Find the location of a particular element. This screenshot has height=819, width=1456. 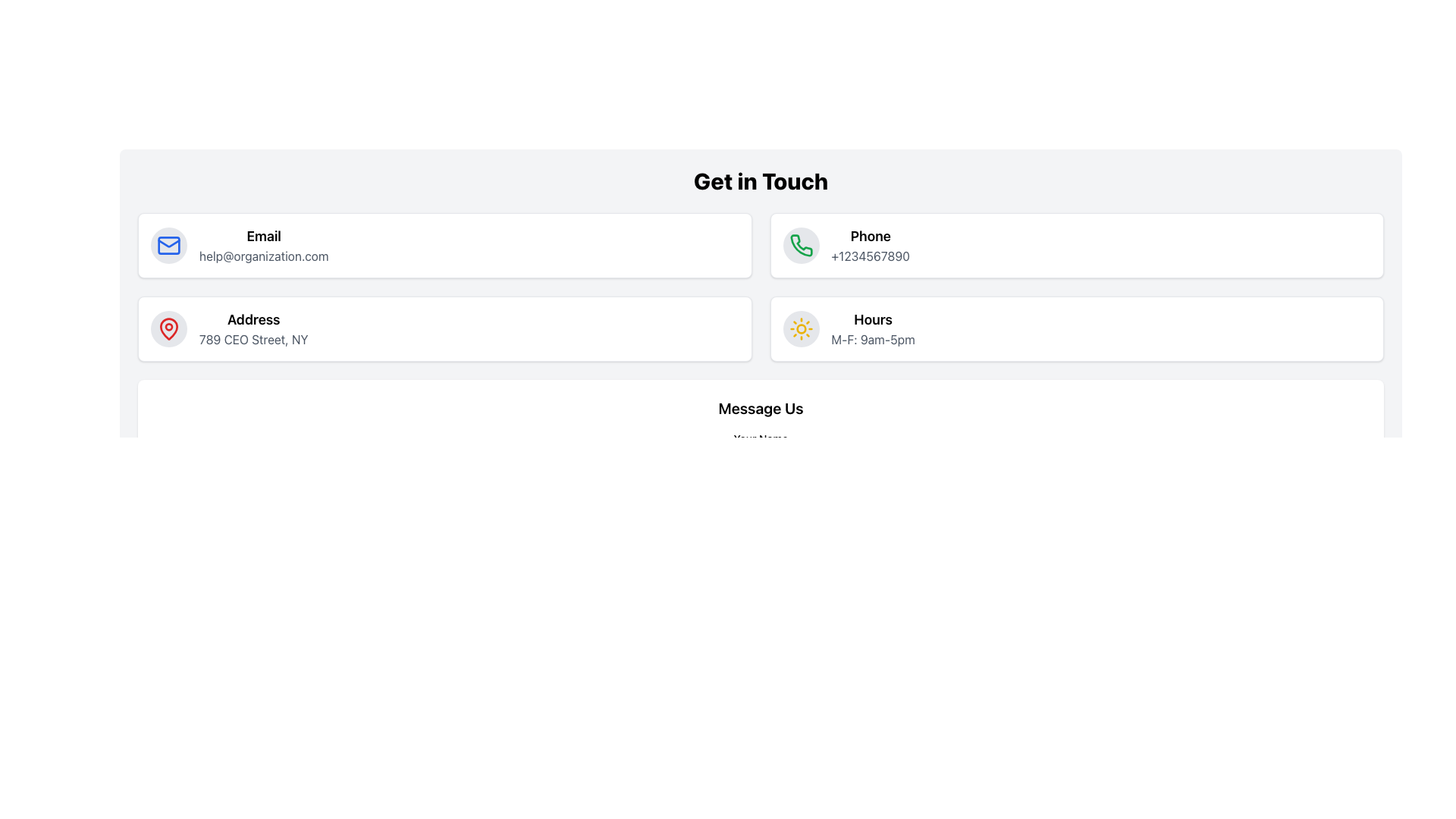

the bolded text label reading 'Address' which serves as a heading for the address details below it is located at coordinates (253, 318).